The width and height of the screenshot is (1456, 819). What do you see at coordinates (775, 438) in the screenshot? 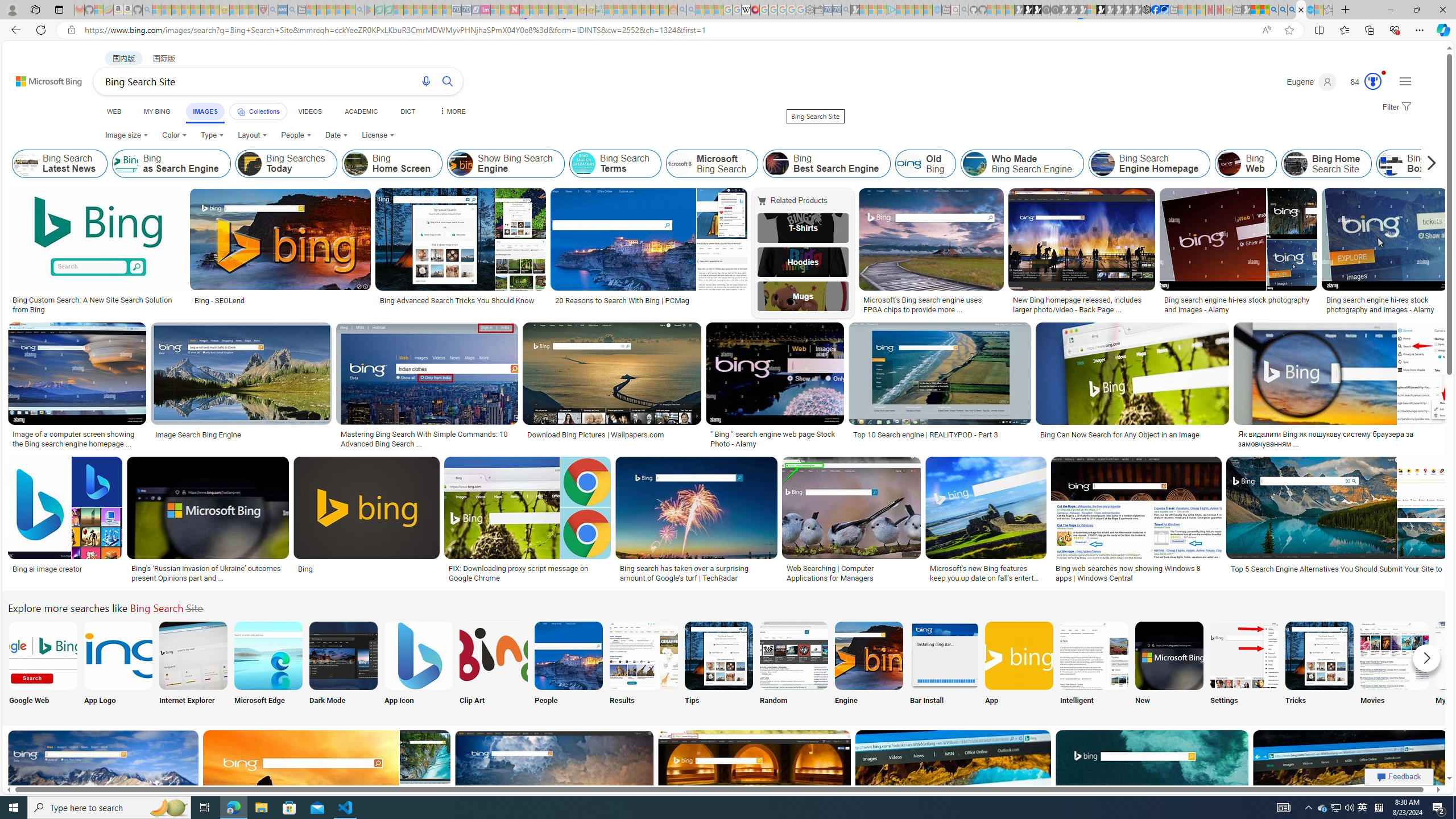
I see `'" Bing " search engine web page Stock Photo - Alamy'` at bounding box center [775, 438].